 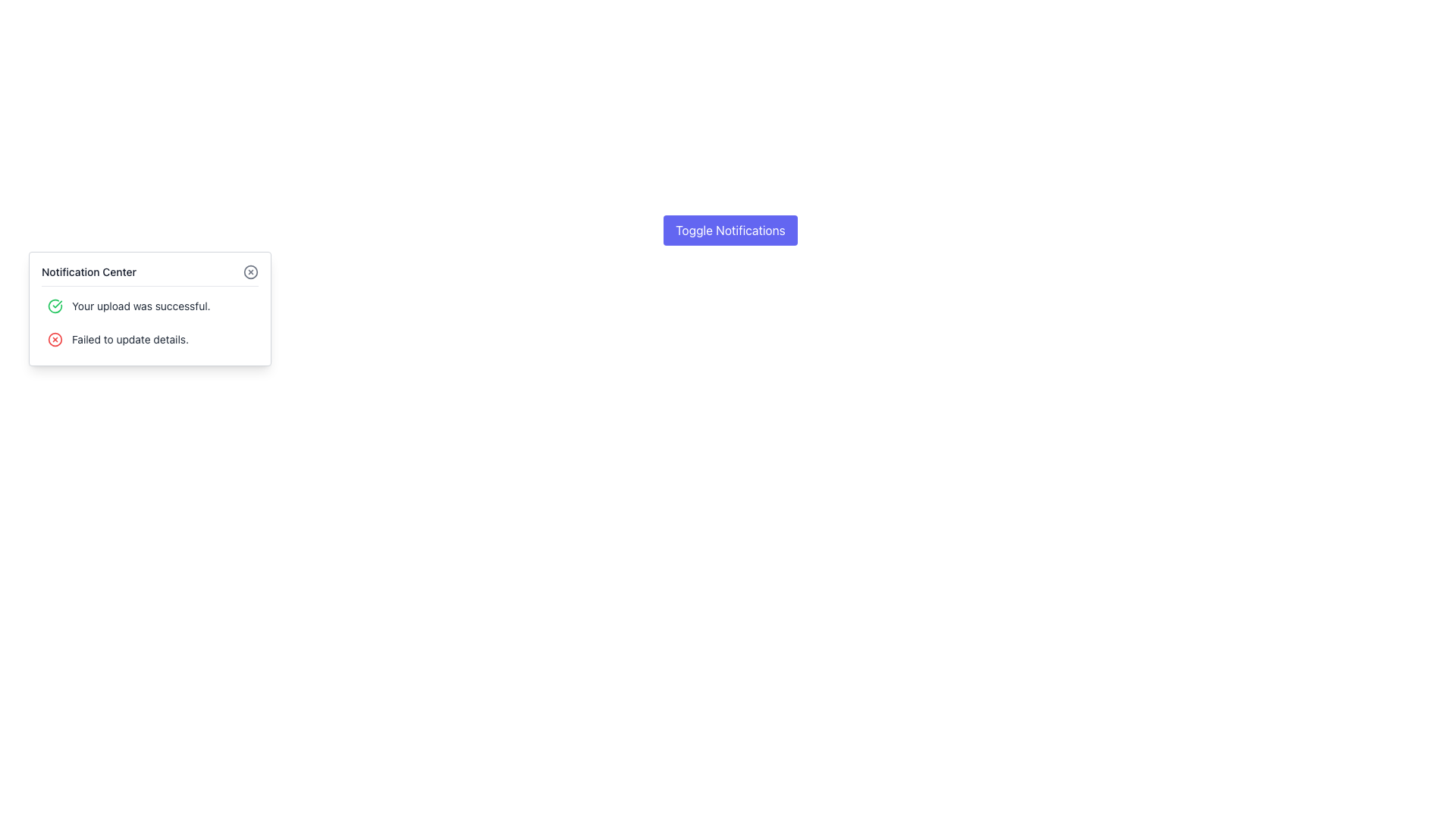 I want to click on the notification message indicating a failure to update details, which is the second notification in the 'Notification Center' list, so click(x=149, y=338).